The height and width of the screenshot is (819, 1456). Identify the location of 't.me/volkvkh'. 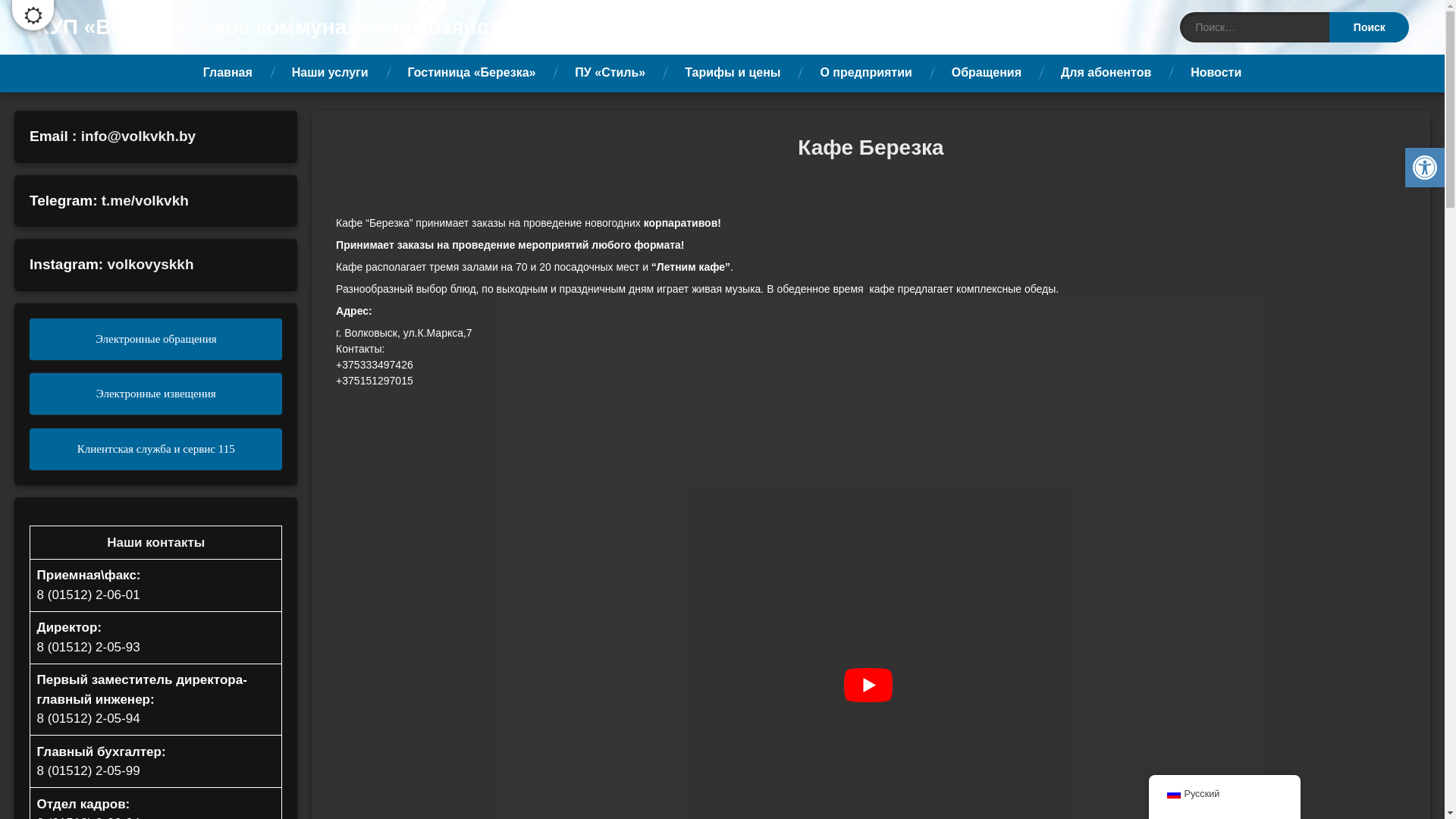
(145, 199).